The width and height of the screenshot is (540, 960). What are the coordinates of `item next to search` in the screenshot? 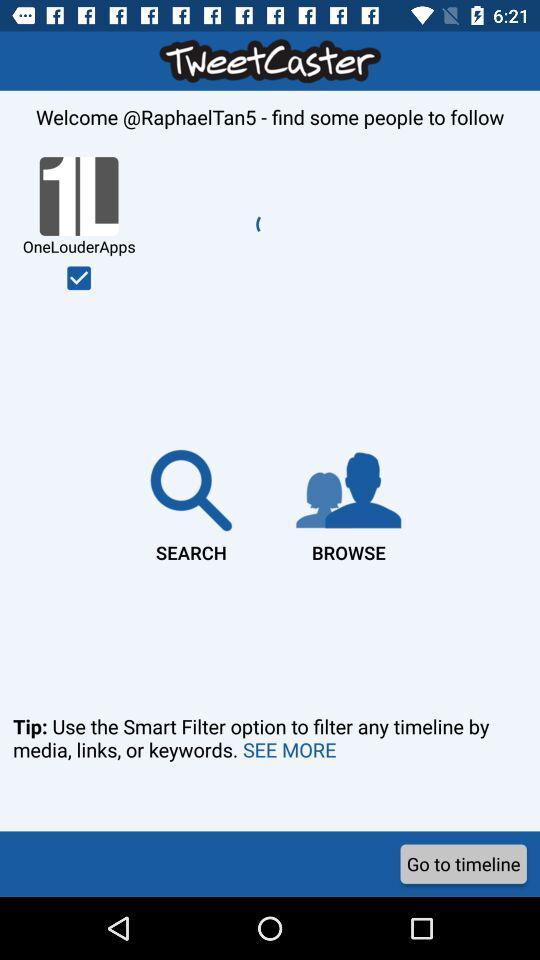 It's located at (347, 501).